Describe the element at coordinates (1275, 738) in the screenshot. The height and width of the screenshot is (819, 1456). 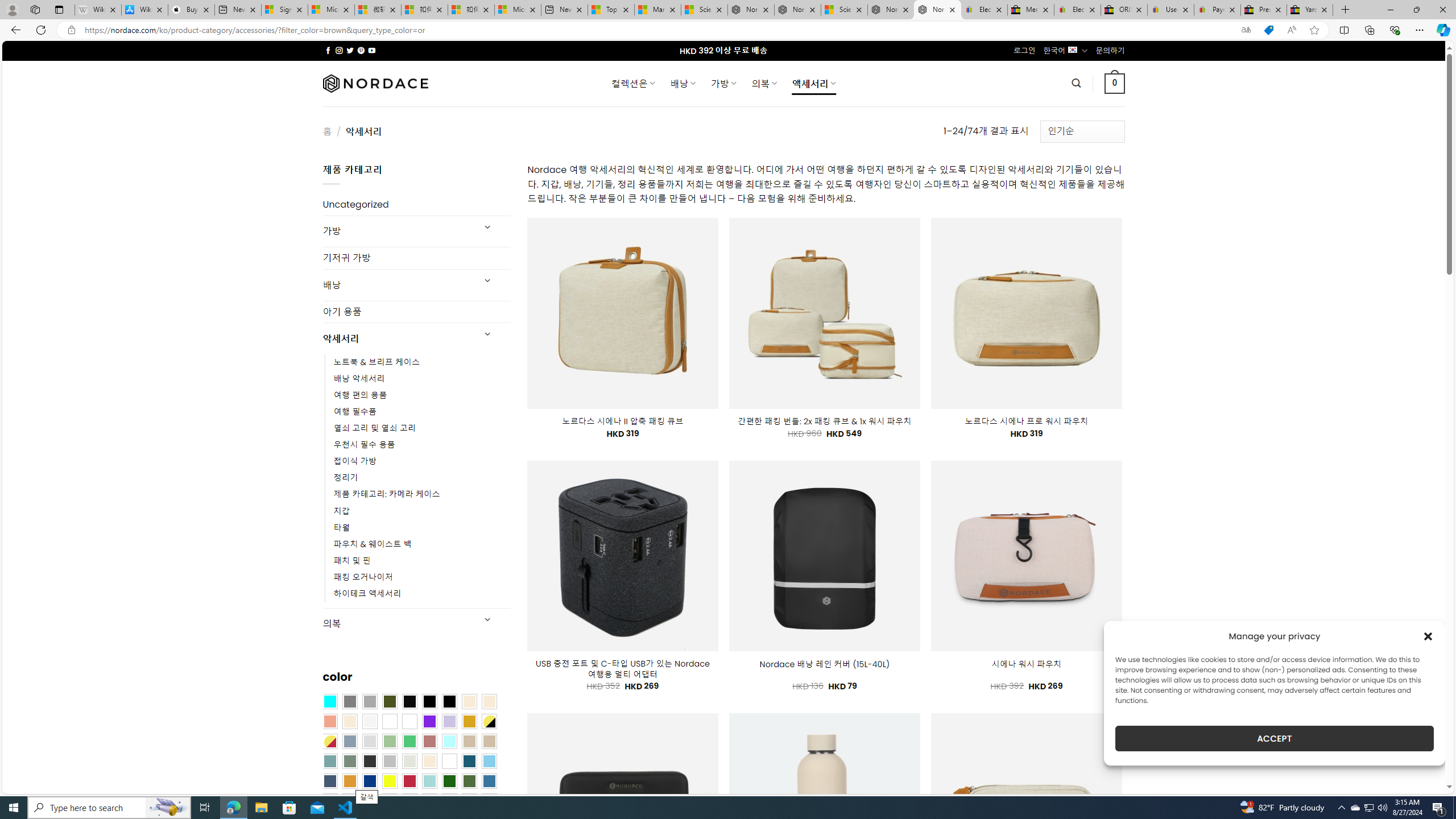
I see `'ACCEPT'` at that location.